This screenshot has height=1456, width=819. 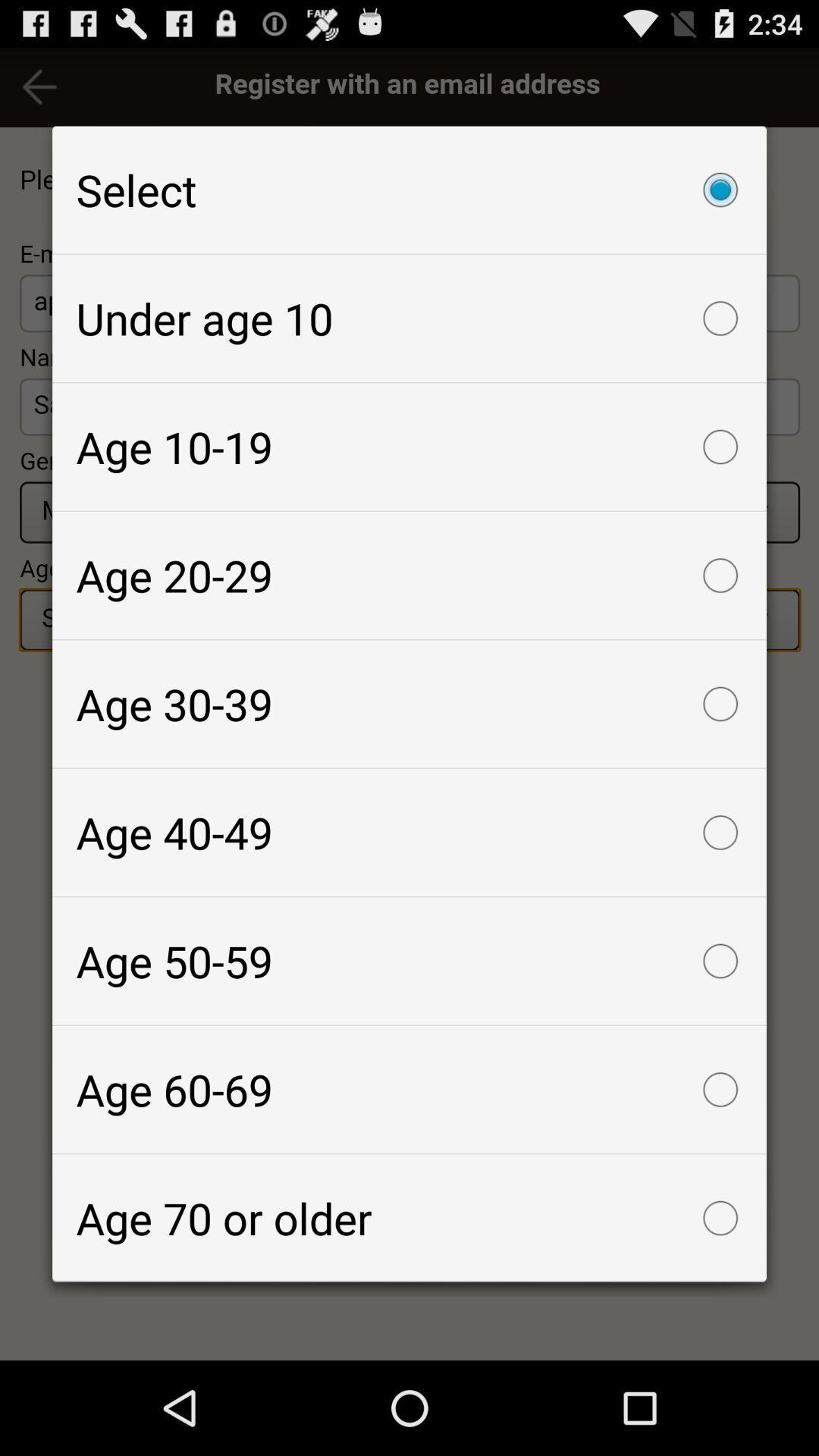 I want to click on the item above age 50-59, so click(x=409, y=832).